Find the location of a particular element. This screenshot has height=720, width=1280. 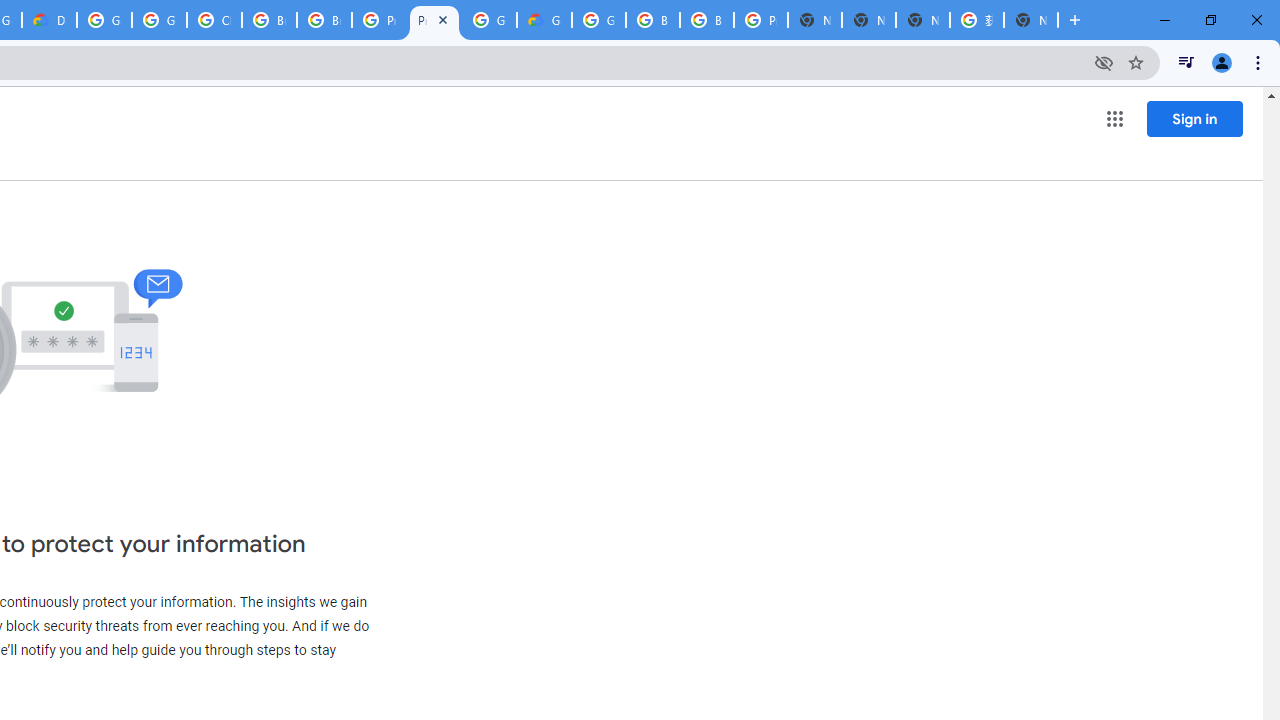

'Chrome' is located at coordinates (1259, 61).